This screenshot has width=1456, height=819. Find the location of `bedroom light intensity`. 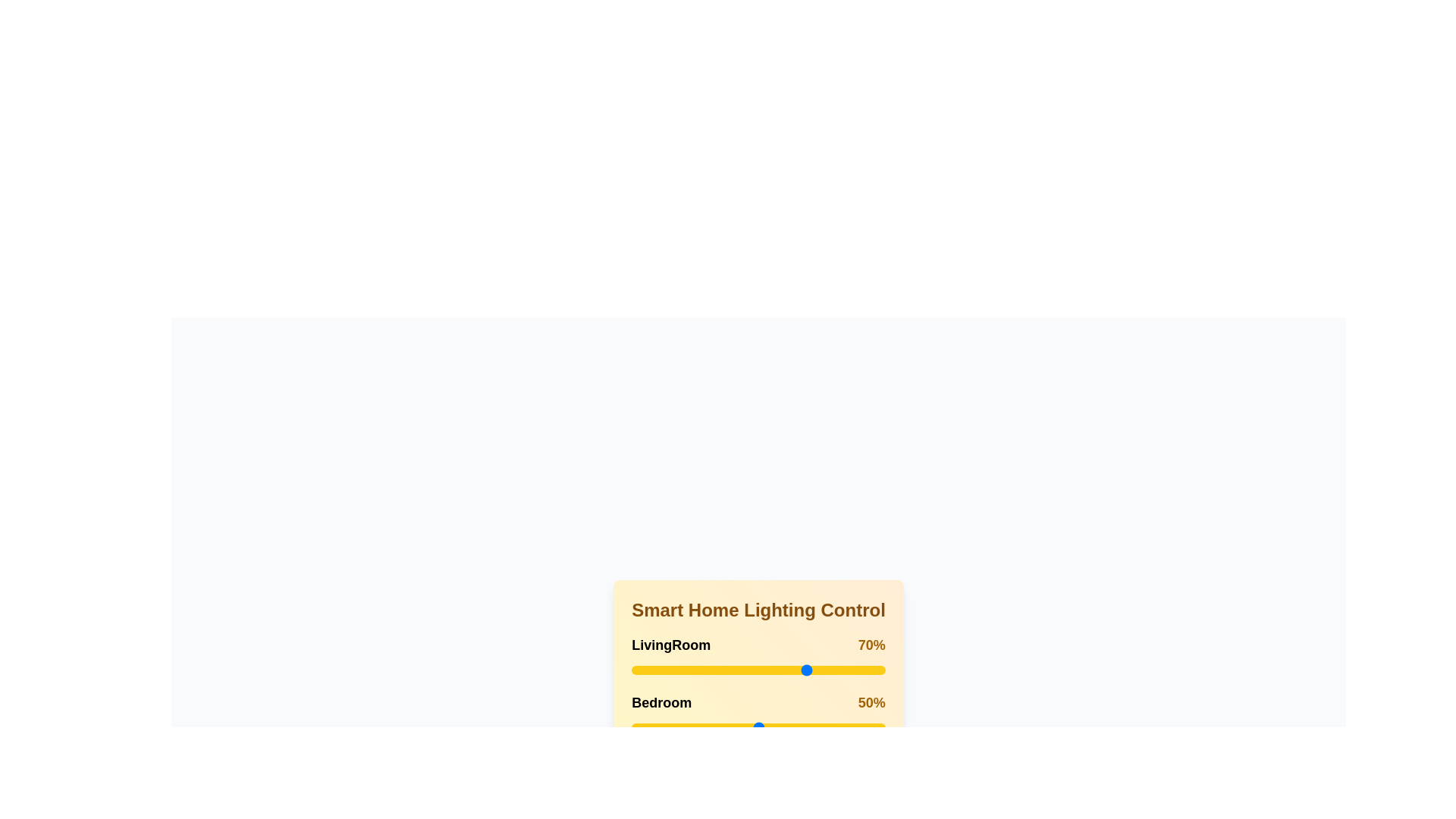

bedroom light intensity is located at coordinates (821, 727).